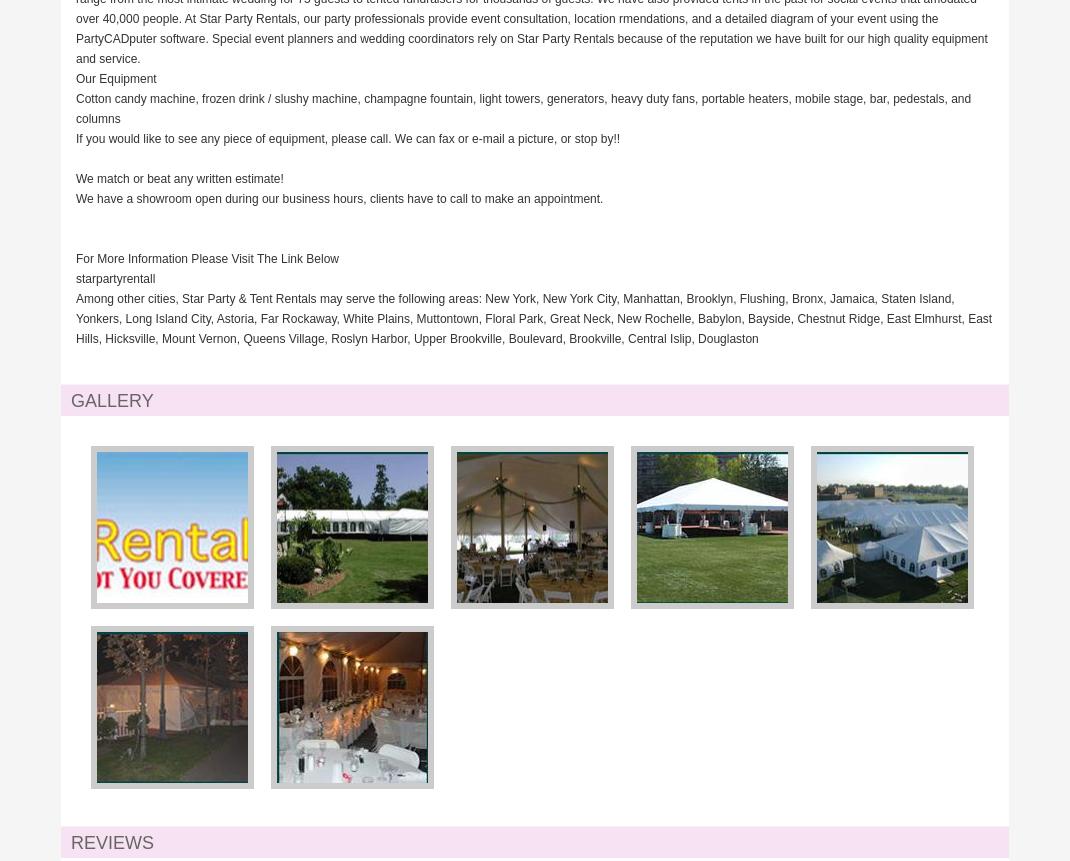 Image resolution: width=1070 pixels, height=861 pixels. I want to click on 'Gallery', so click(112, 400).